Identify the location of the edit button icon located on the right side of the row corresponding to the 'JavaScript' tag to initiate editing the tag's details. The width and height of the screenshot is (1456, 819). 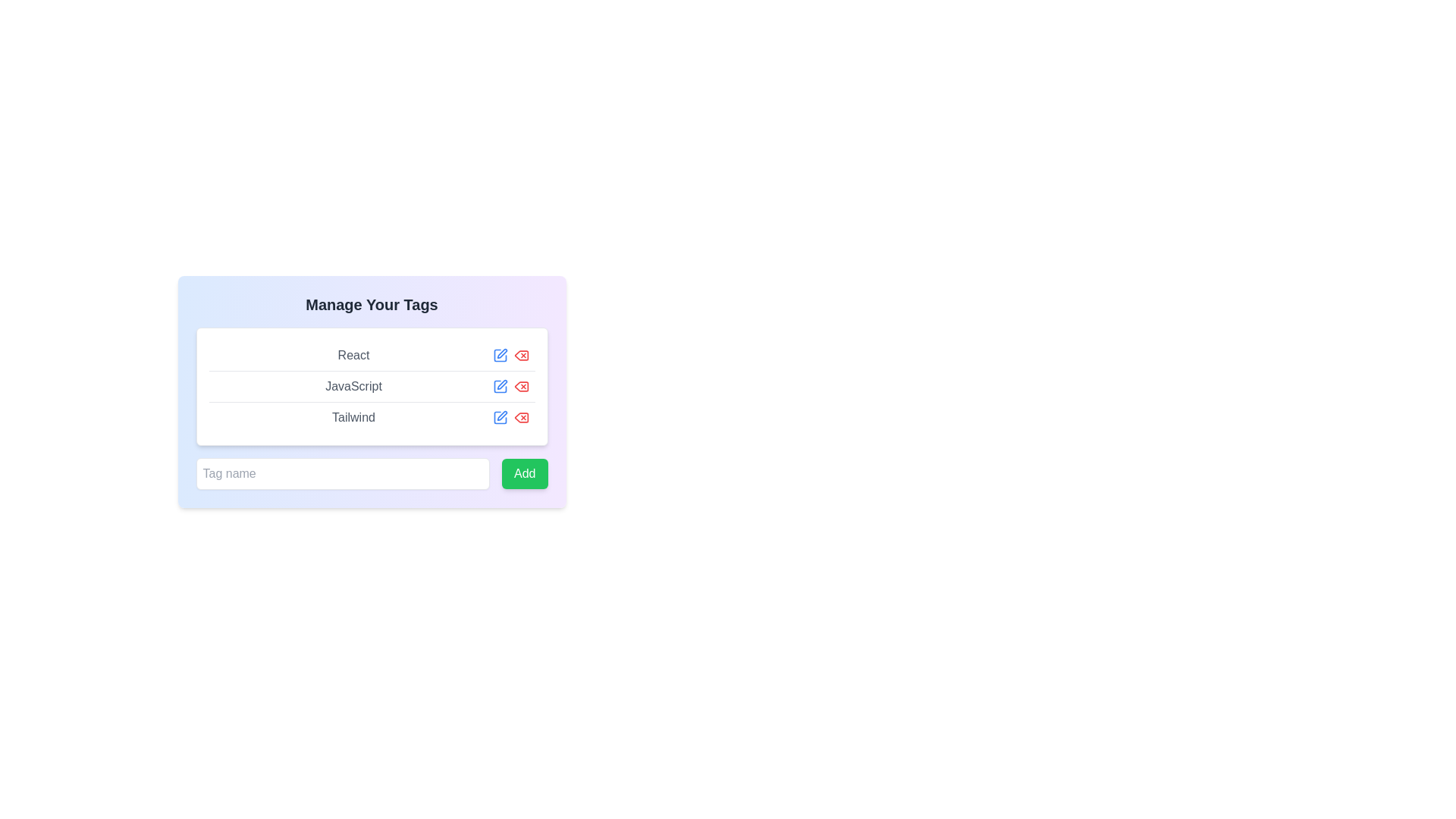
(500, 385).